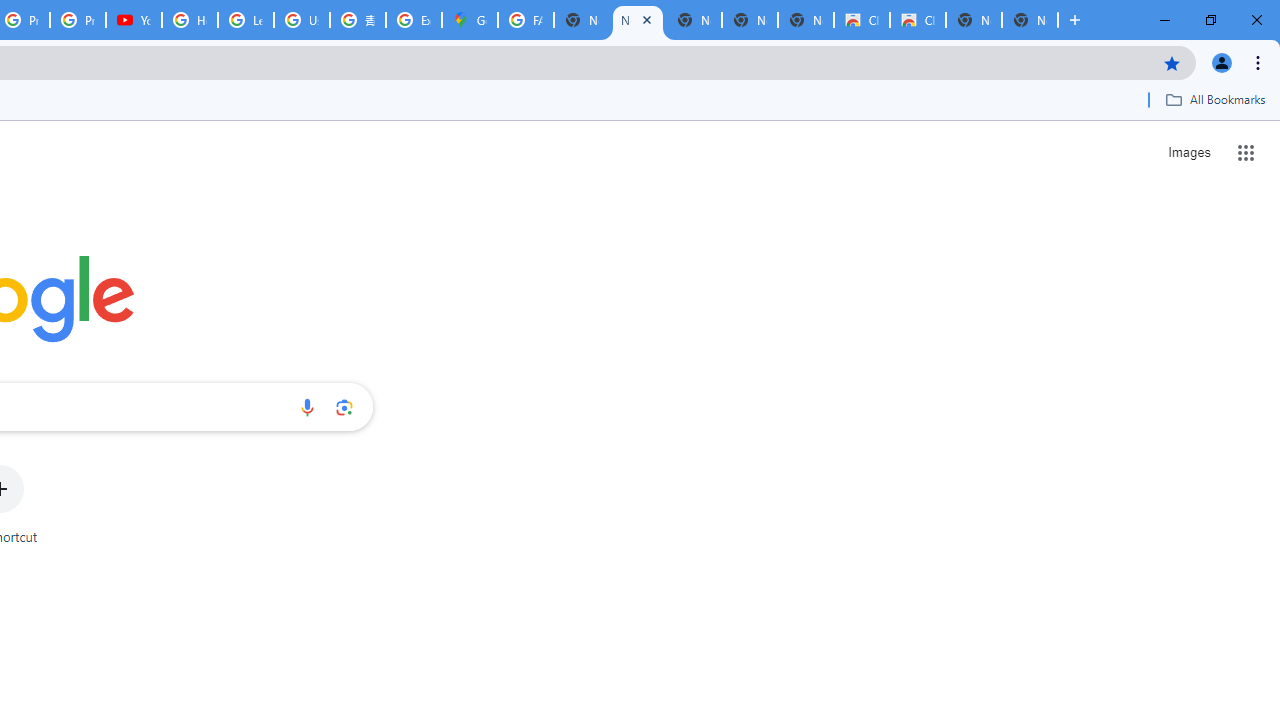 This screenshot has height=720, width=1280. I want to click on 'New Tab', so click(1030, 20).